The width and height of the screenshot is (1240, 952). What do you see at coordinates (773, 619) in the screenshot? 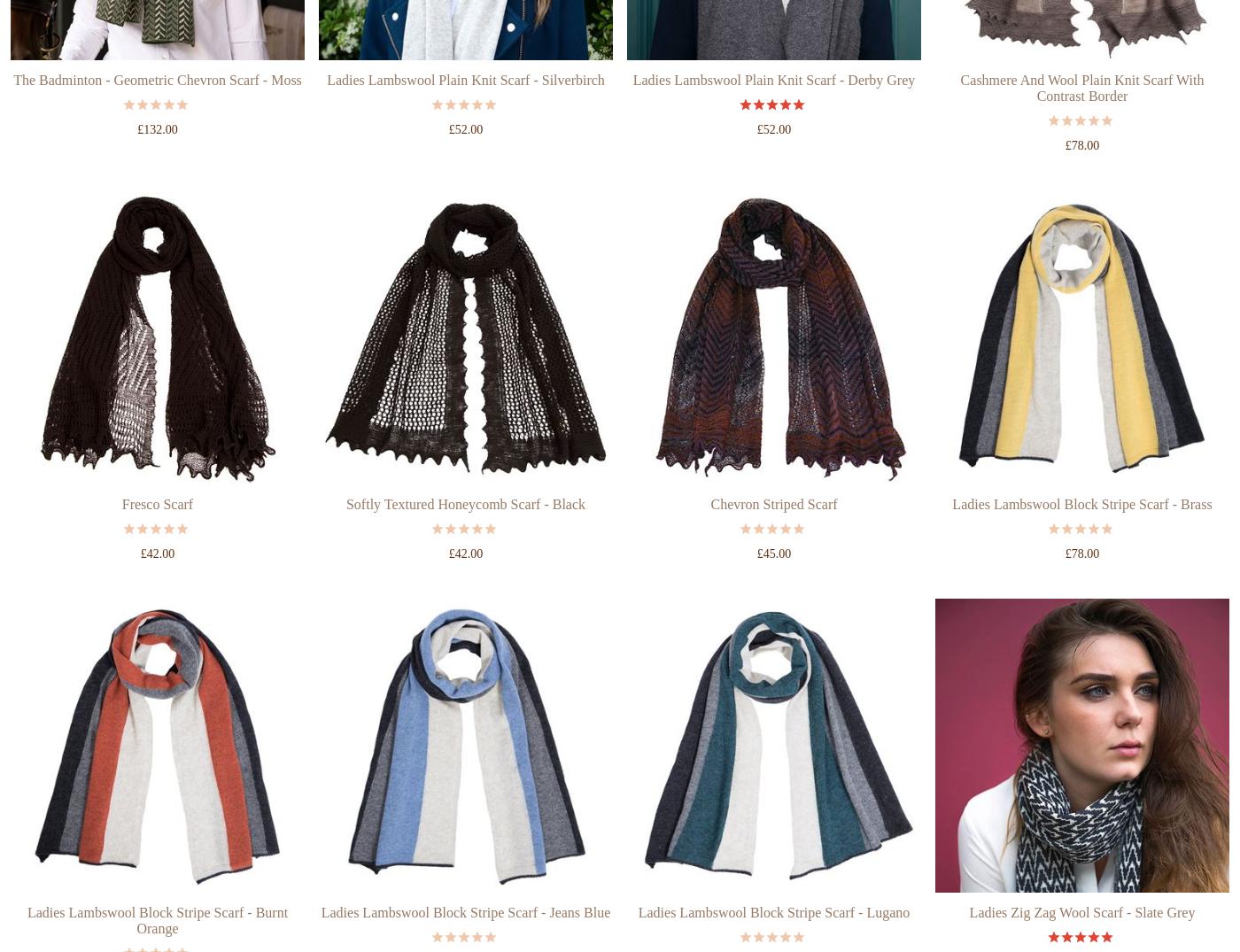
I see `'£45.00'` at bounding box center [773, 619].